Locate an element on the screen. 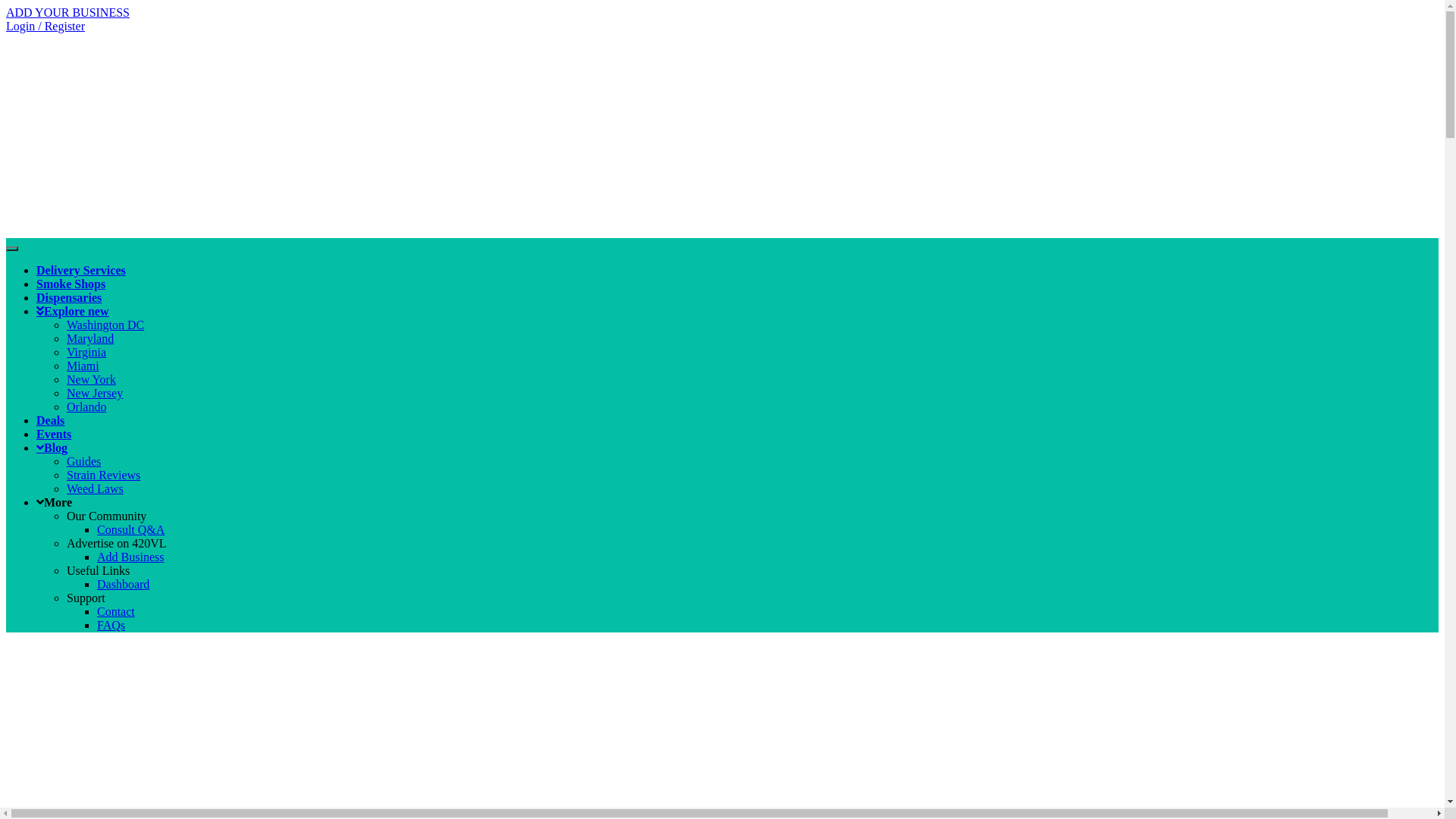 The height and width of the screenshot is (819, 1456). 'Add Business' is located at coordinates (130, 557).